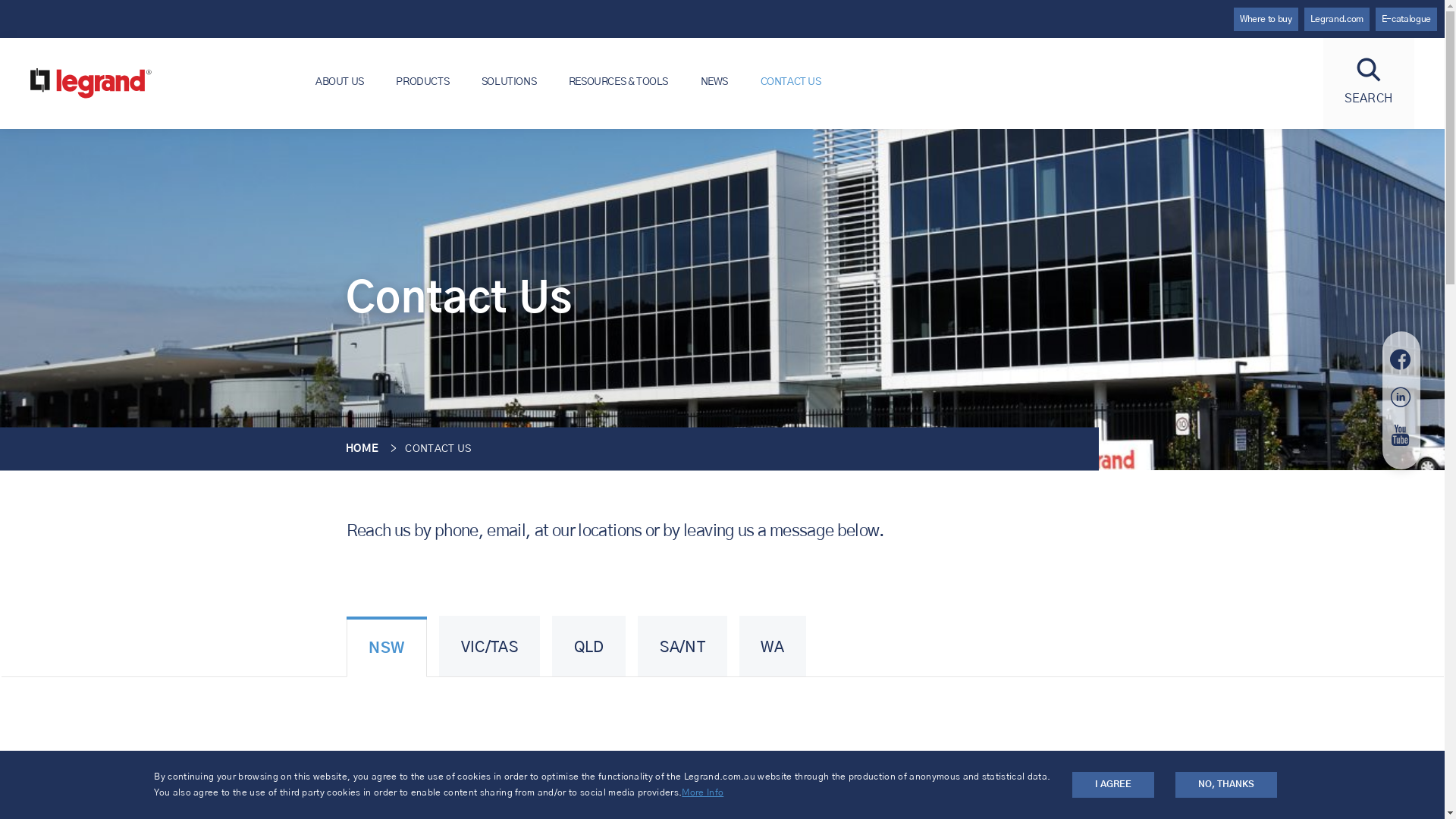 Image resolution: width=1456 pixels, height=819 pixels. What do you see at coordinates (551, 646) in the screenshot?
I see `'QLD'` at bounding box center [551, 646].